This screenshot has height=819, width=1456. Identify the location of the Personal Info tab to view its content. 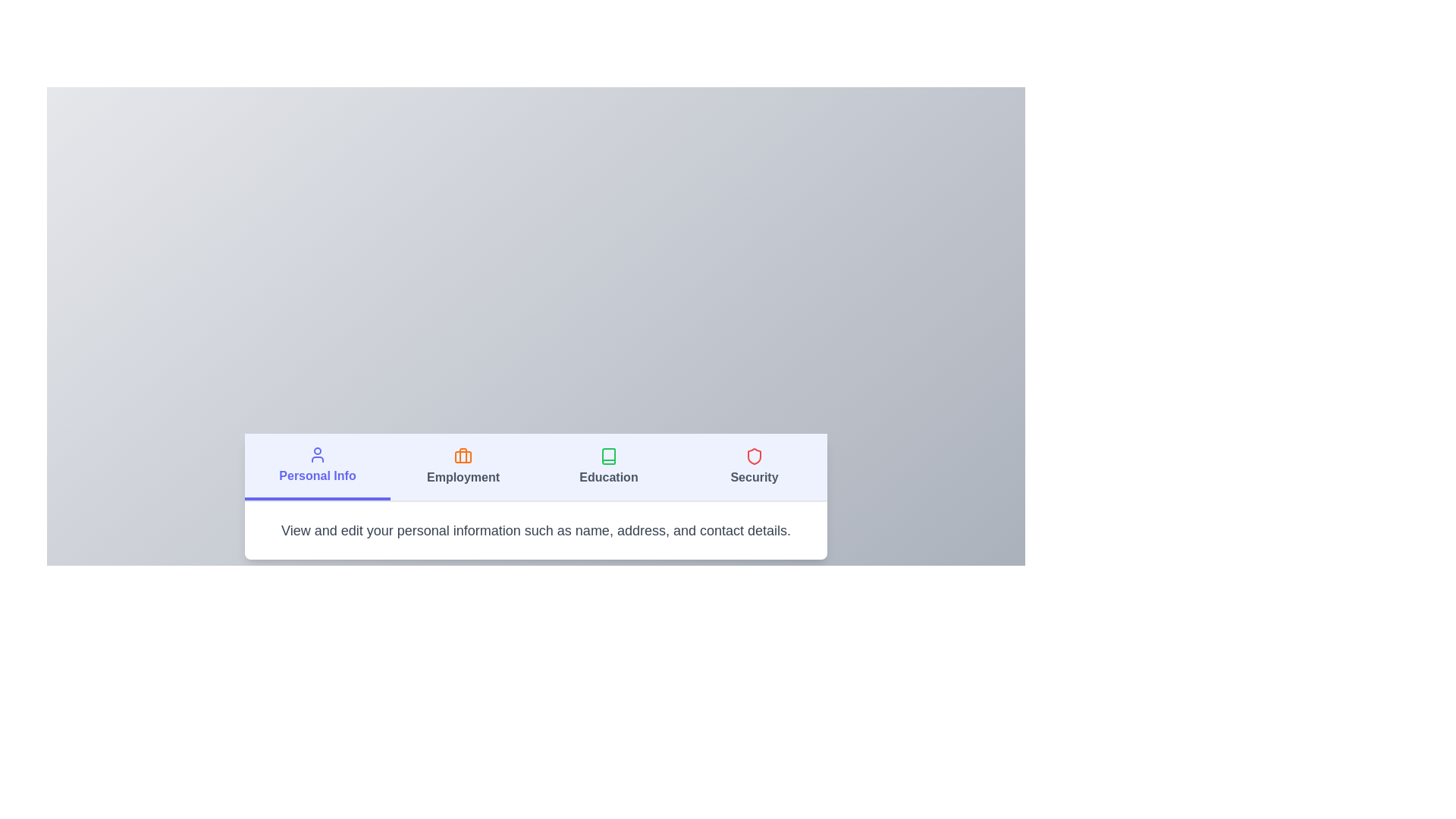
(316, 466).